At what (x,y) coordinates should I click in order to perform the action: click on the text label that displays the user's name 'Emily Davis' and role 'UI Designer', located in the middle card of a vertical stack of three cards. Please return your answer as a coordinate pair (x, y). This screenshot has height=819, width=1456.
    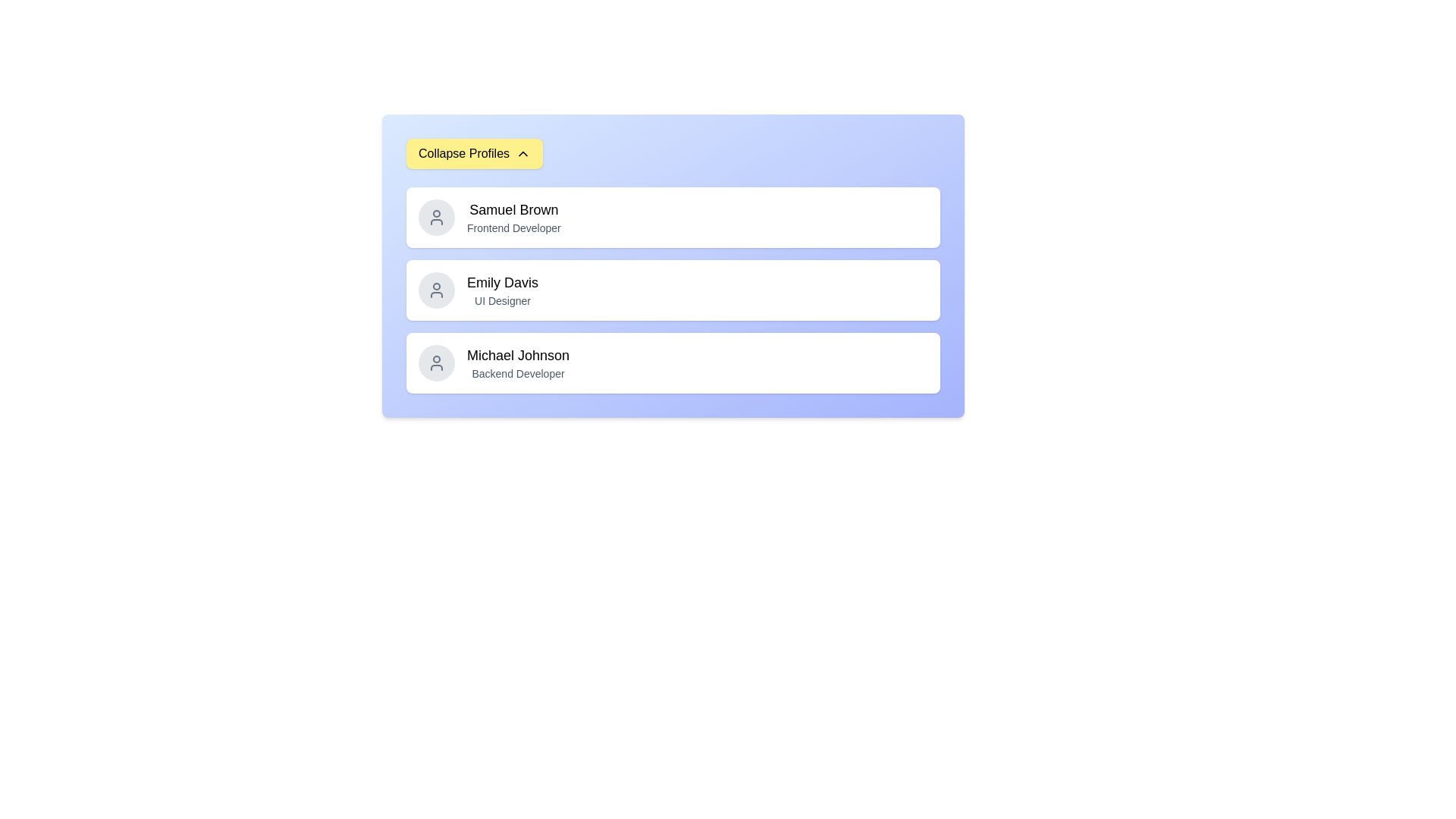
    Looking at the image, I should click on (502, 290).